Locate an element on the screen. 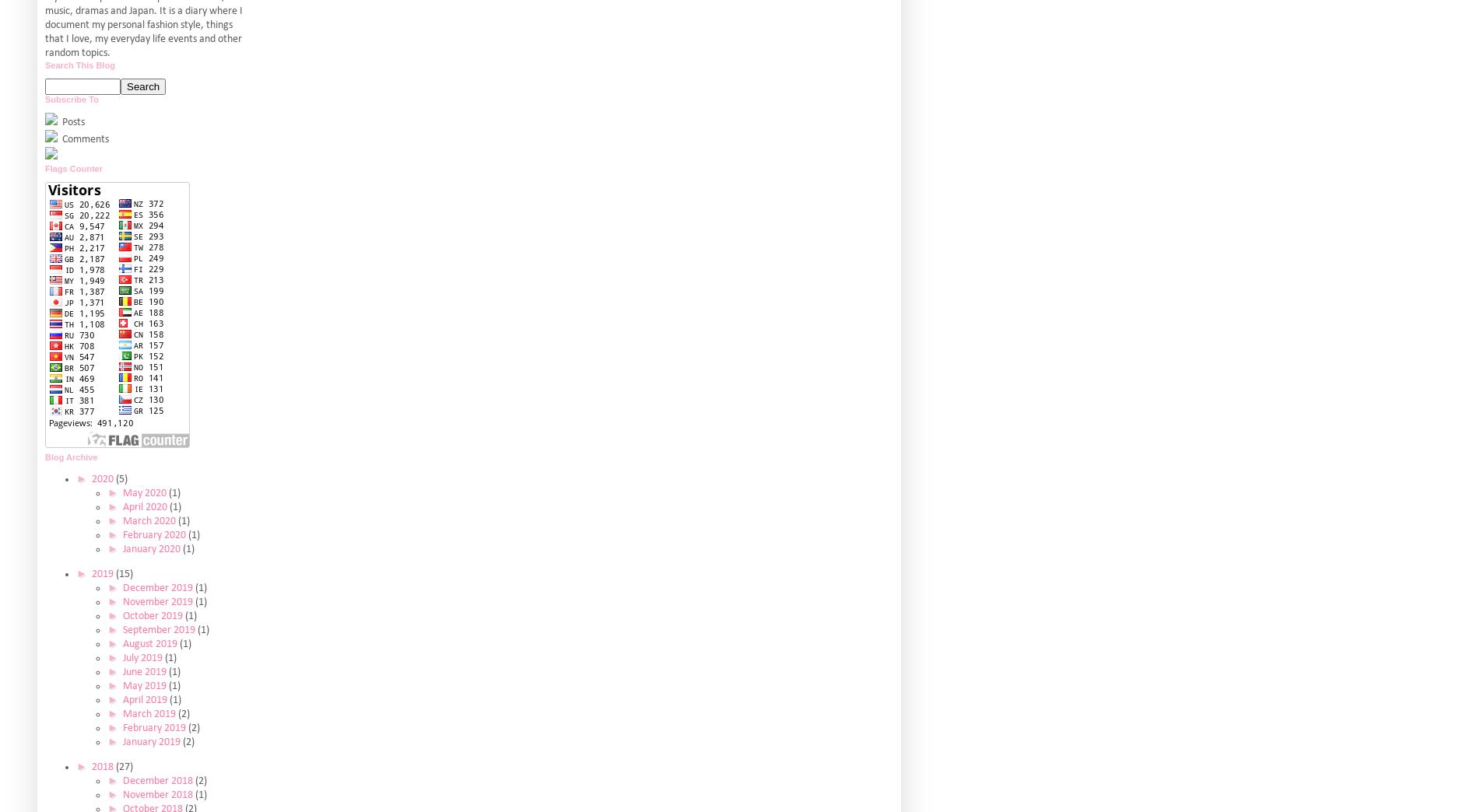 The image size is (1477, 812). 'September 2019' is located at coordinates (158, 628).